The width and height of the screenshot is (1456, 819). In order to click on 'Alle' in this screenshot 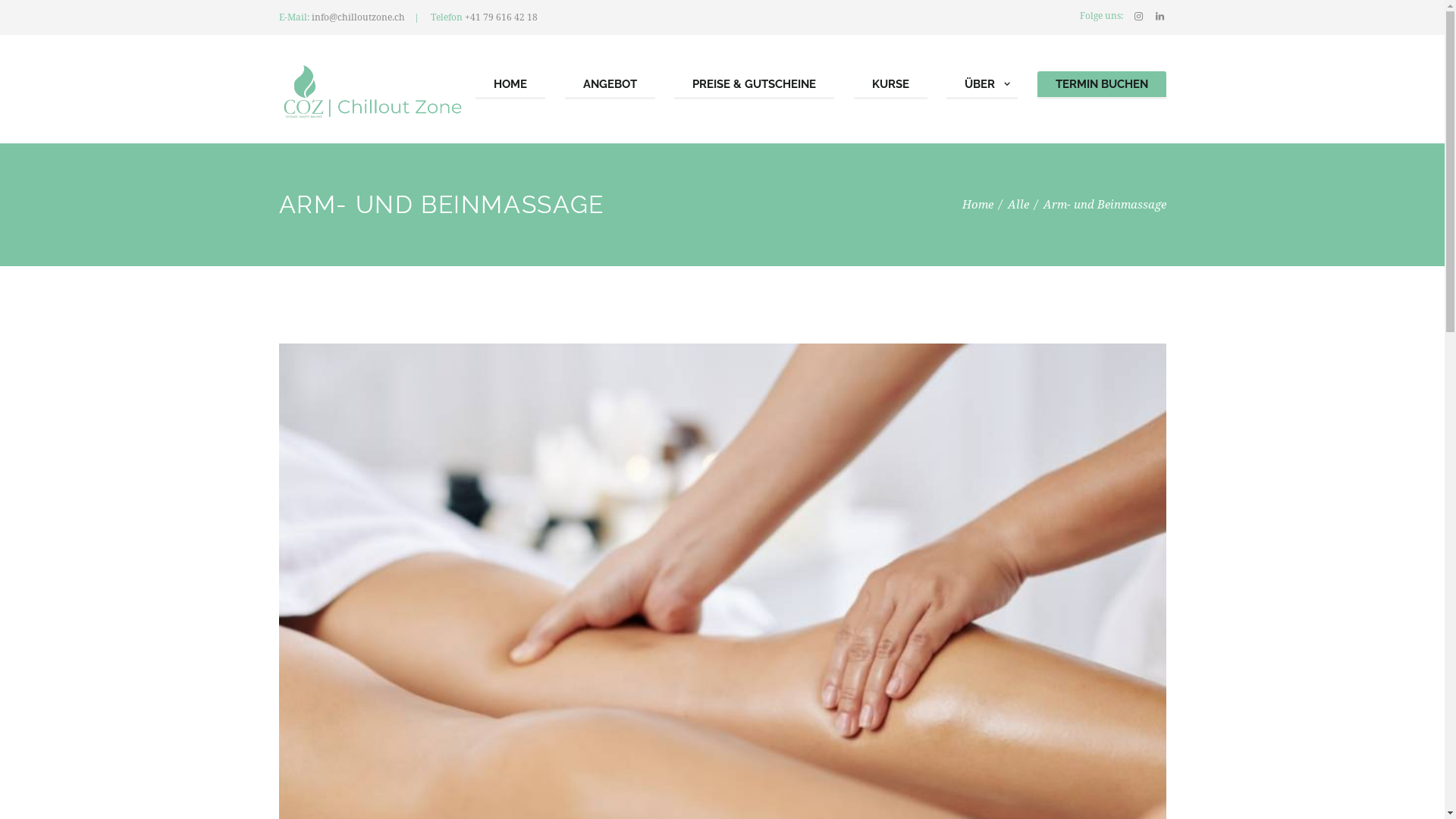, I will do `click(1018, 205)`.